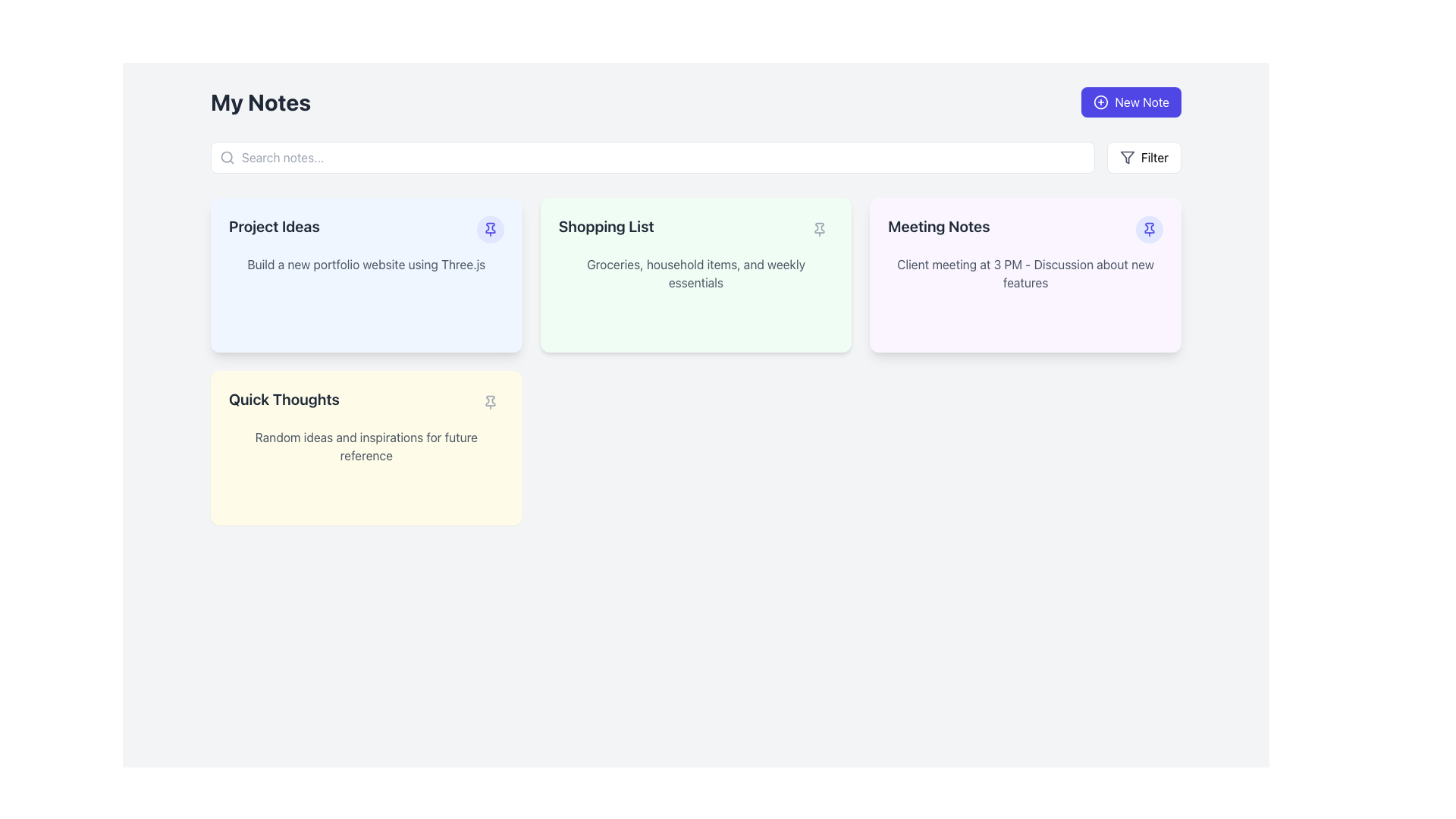  I want to click on the descriptive subtitle element located in the 'Quick Thoughts' section, which provides context for the section, so click(366, 446).